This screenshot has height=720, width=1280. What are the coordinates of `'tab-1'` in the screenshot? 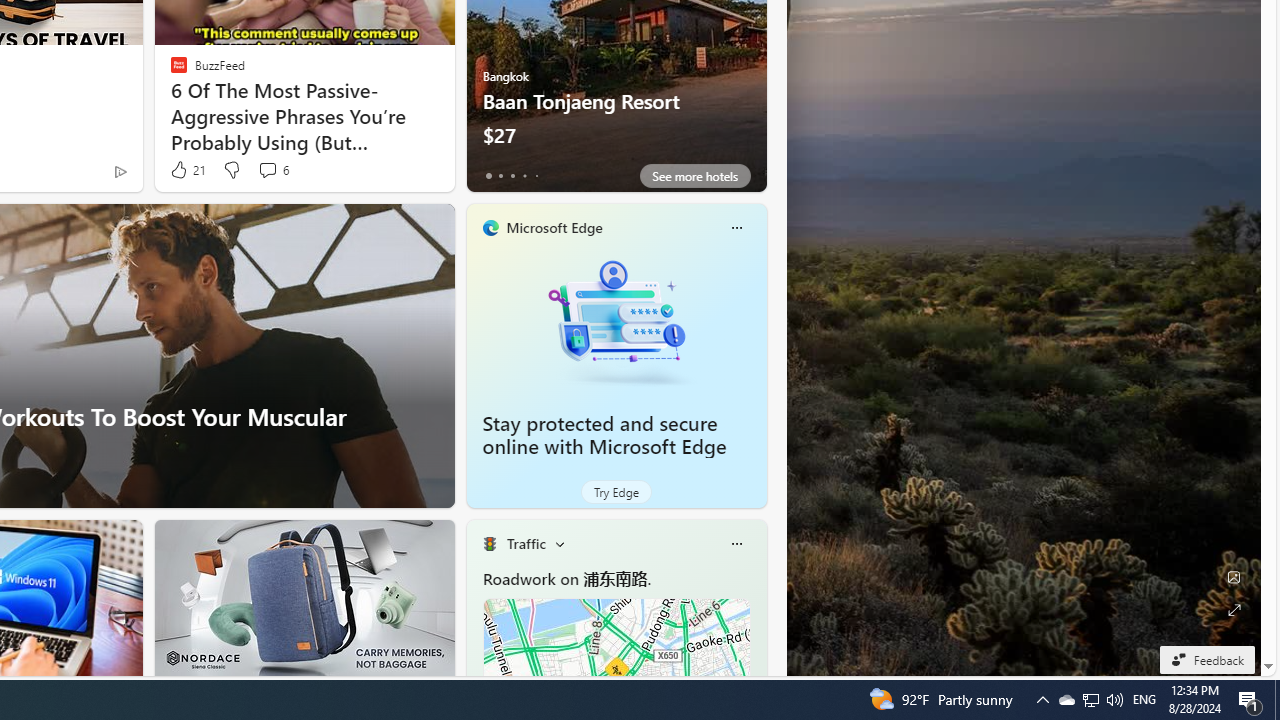 It's located at (500, 175).